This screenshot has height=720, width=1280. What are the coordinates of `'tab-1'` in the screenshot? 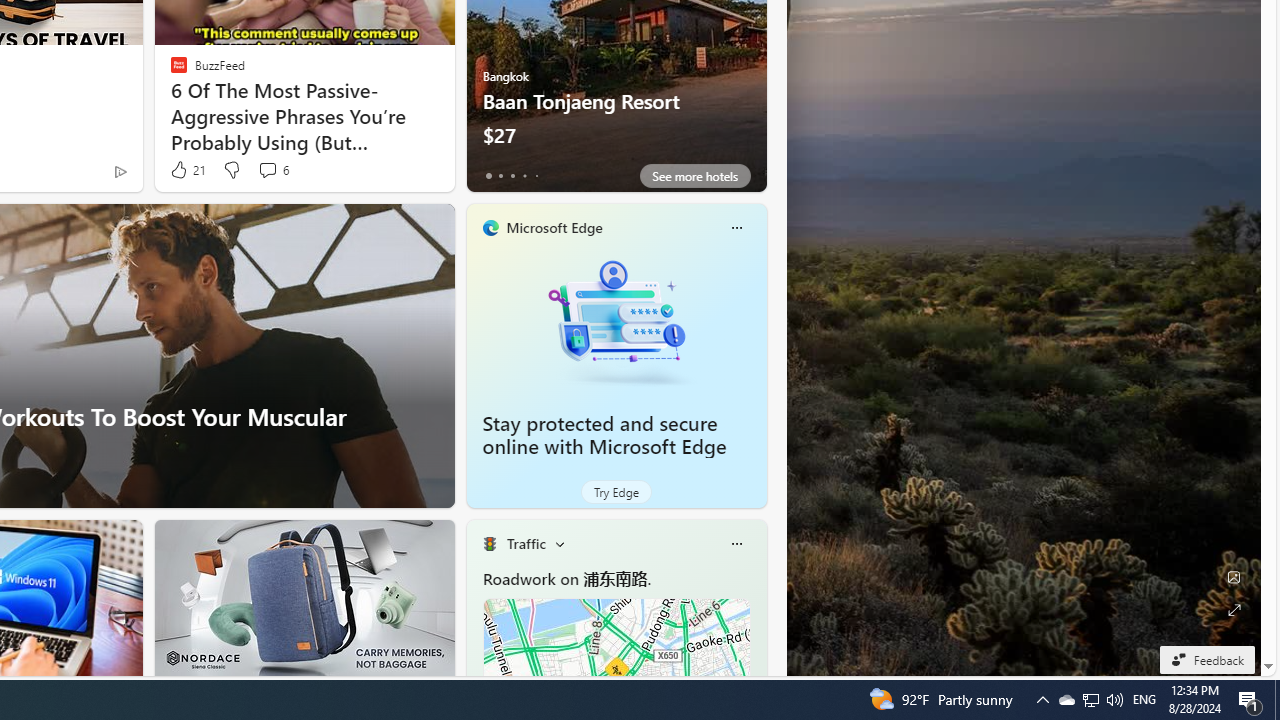 It's located at (500, 175).